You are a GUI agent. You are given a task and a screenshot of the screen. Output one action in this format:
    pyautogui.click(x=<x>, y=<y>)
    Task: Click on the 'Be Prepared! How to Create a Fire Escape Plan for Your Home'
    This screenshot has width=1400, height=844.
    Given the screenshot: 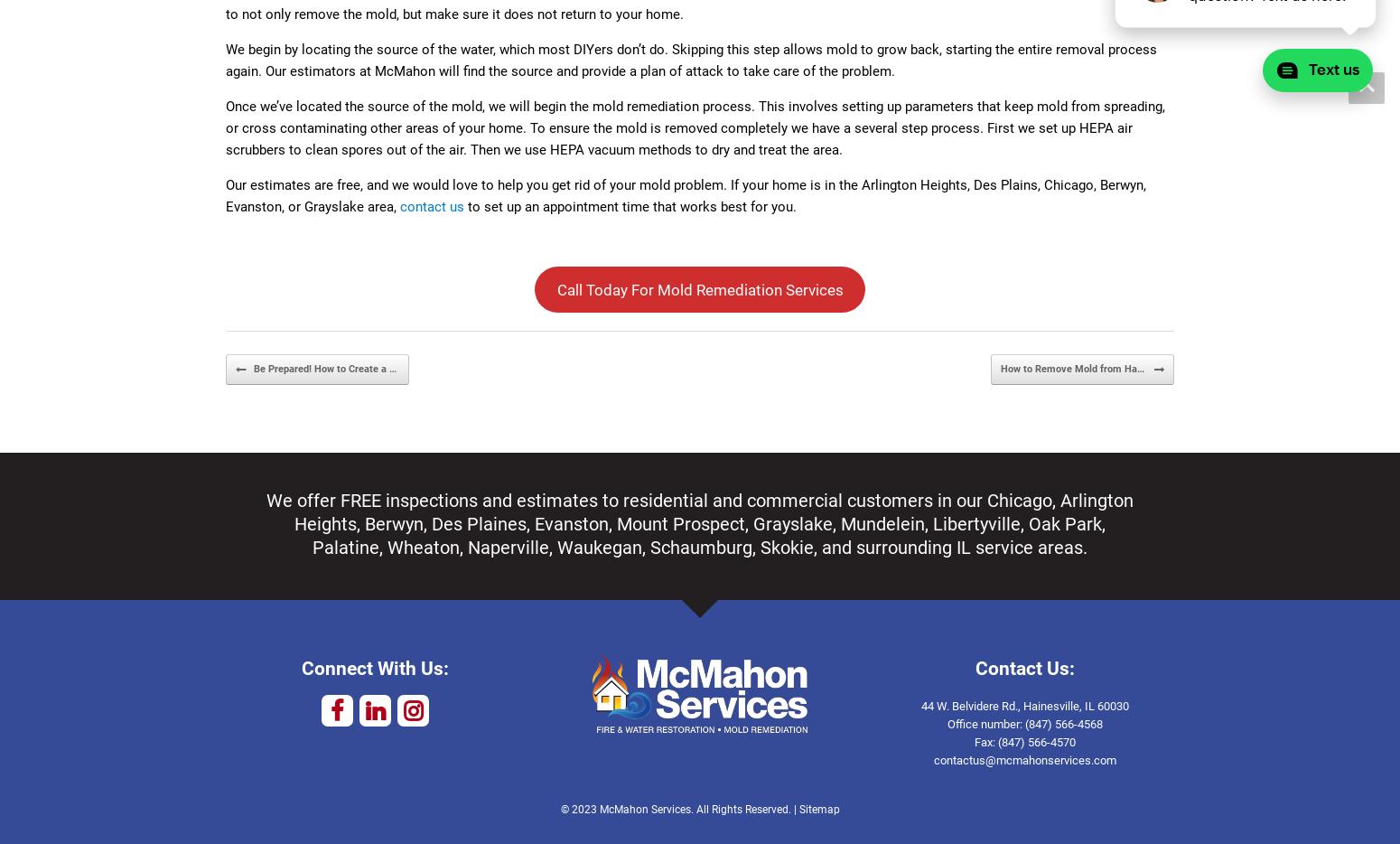 What is the action you would take?
    pyautogui.click(x=393, y=367)
    